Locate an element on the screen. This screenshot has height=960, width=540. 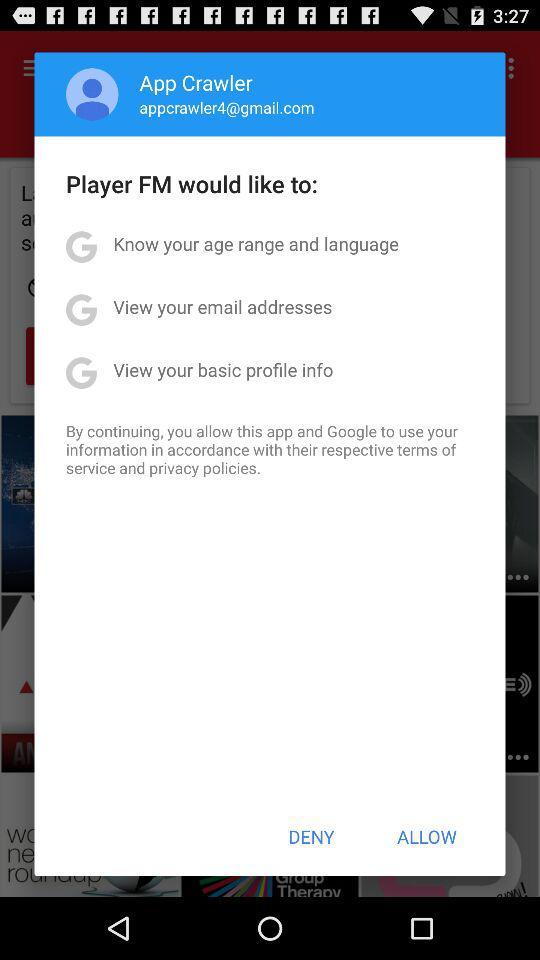
item above the view your email icon is located at coordinates (256, 242).